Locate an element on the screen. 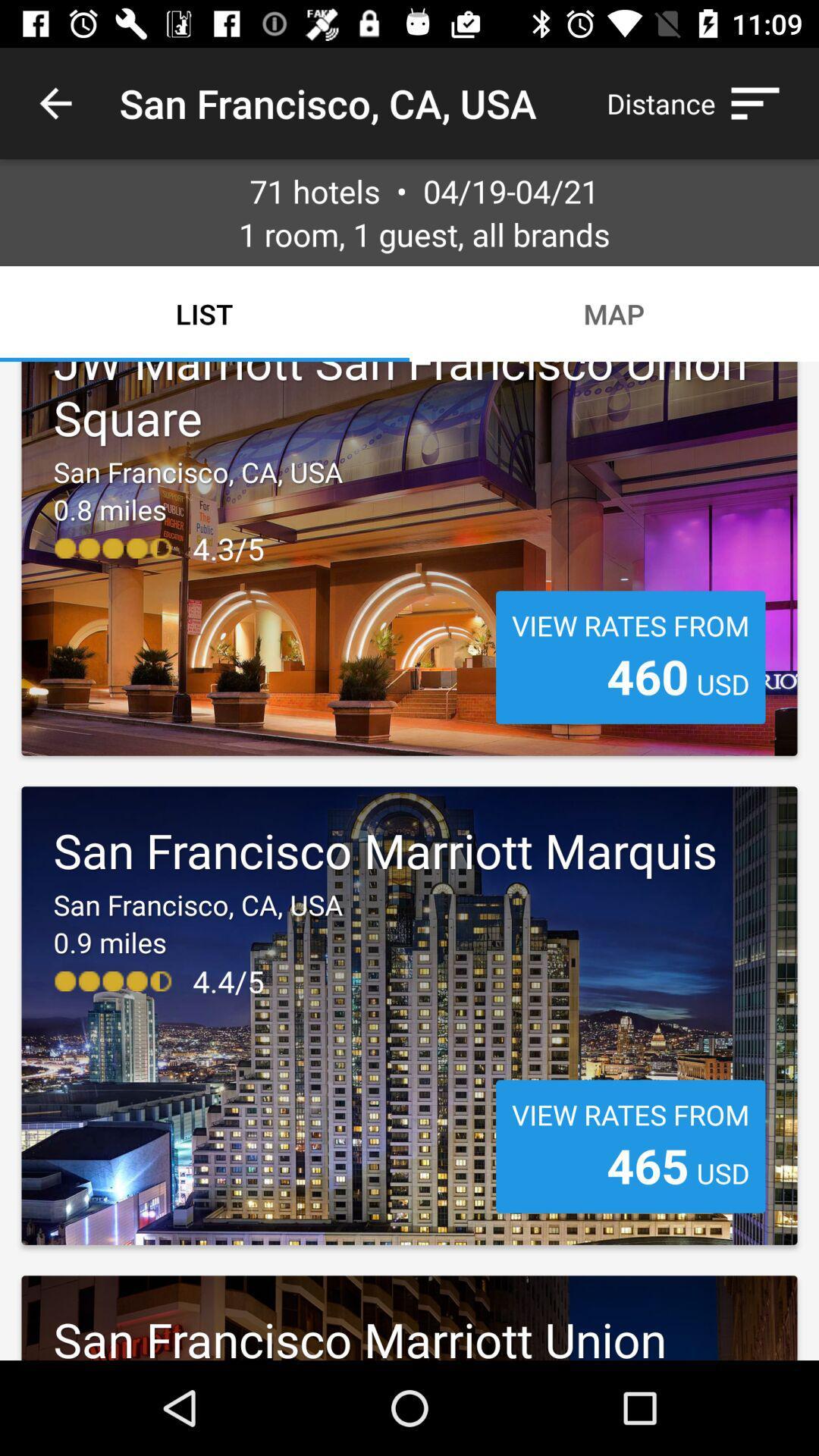 This screenshot has height=1456, width=819. icon next to the san francisco ca app is located at coordinates (701, 102).